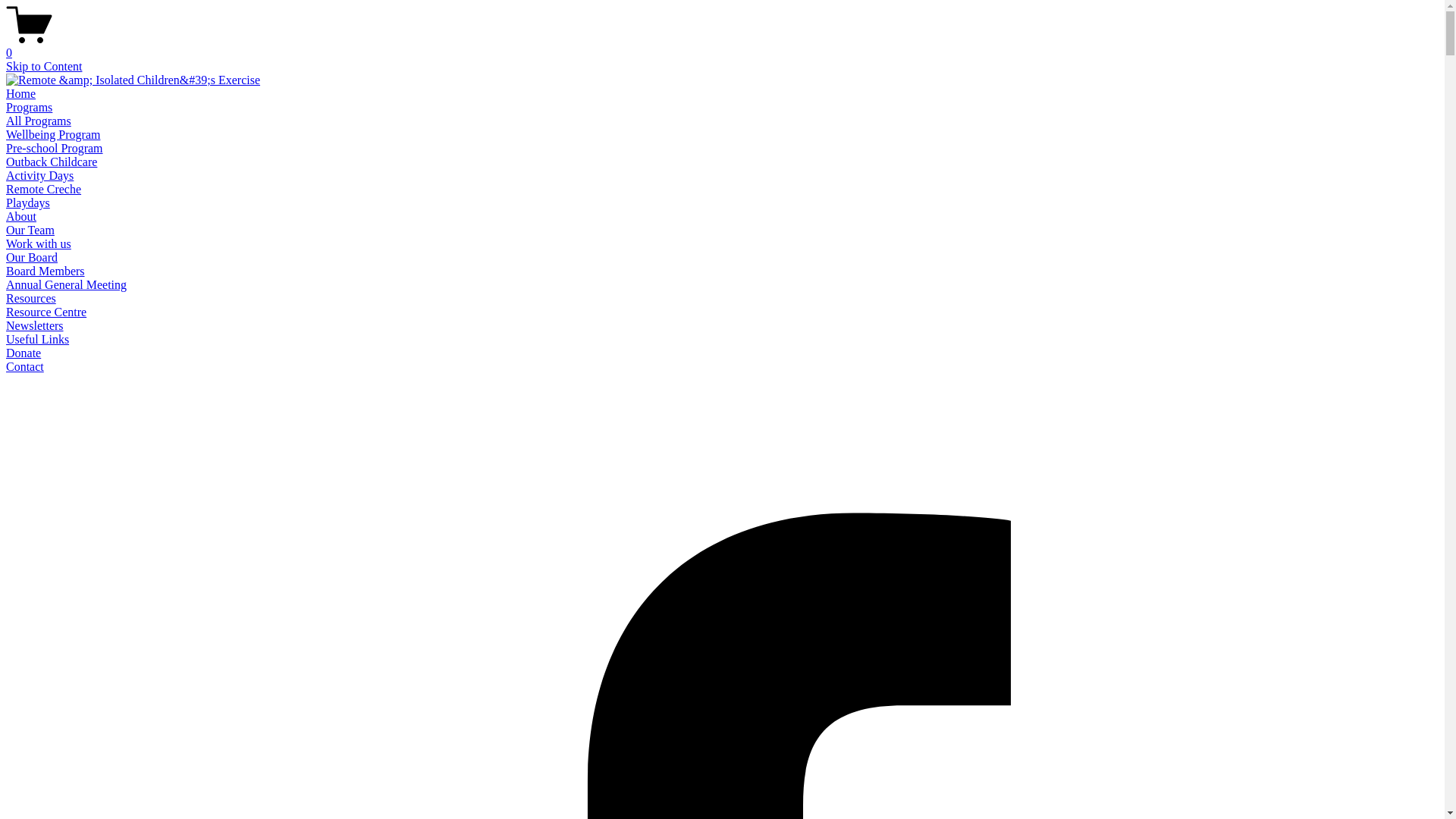 This screenshot has height=819, width=1456. I want to click on 'About', so click(6, 216).